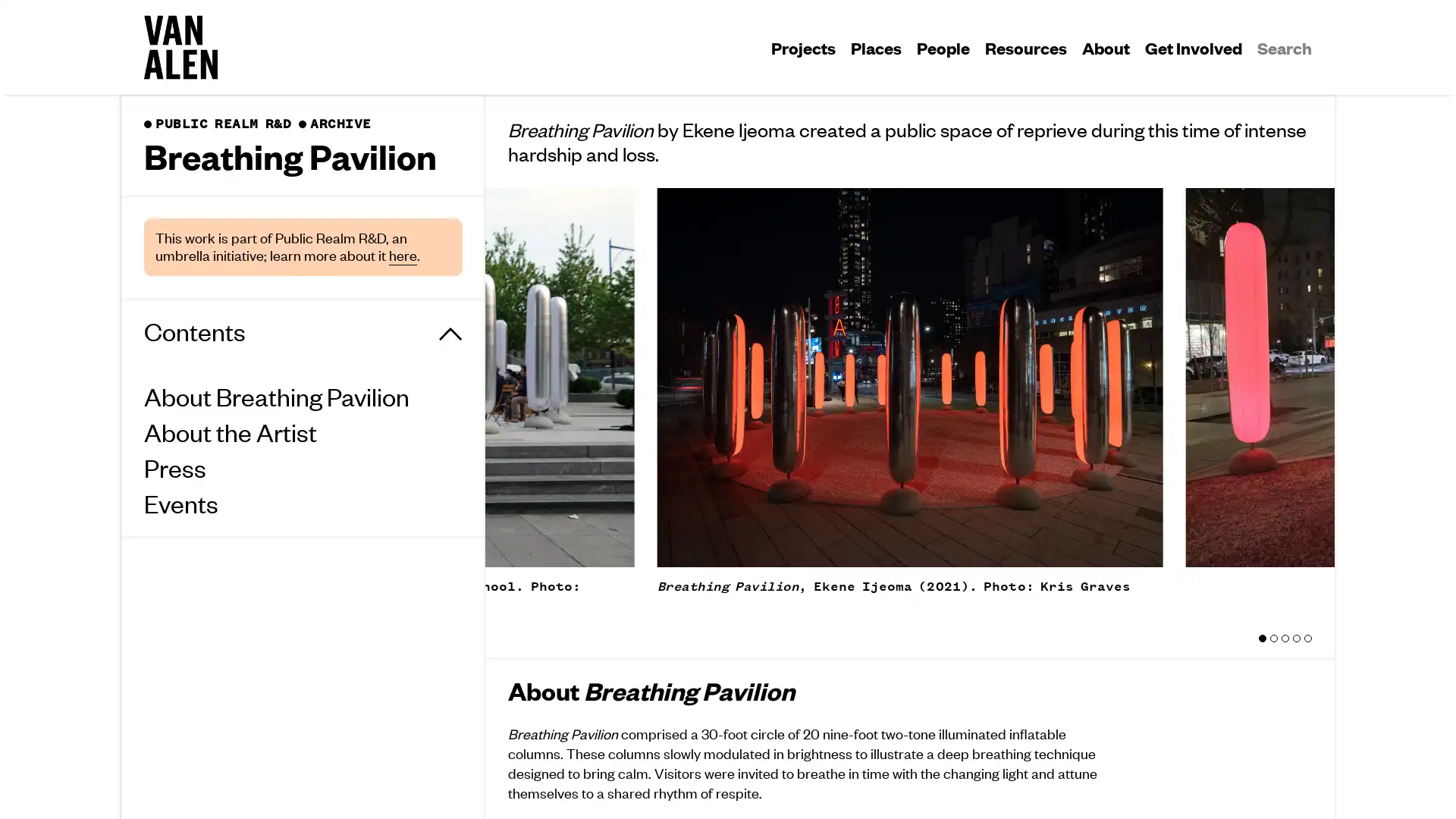  Describe the element at coordinates (1284, 46) in the screenshot. I see `Search` at that location.